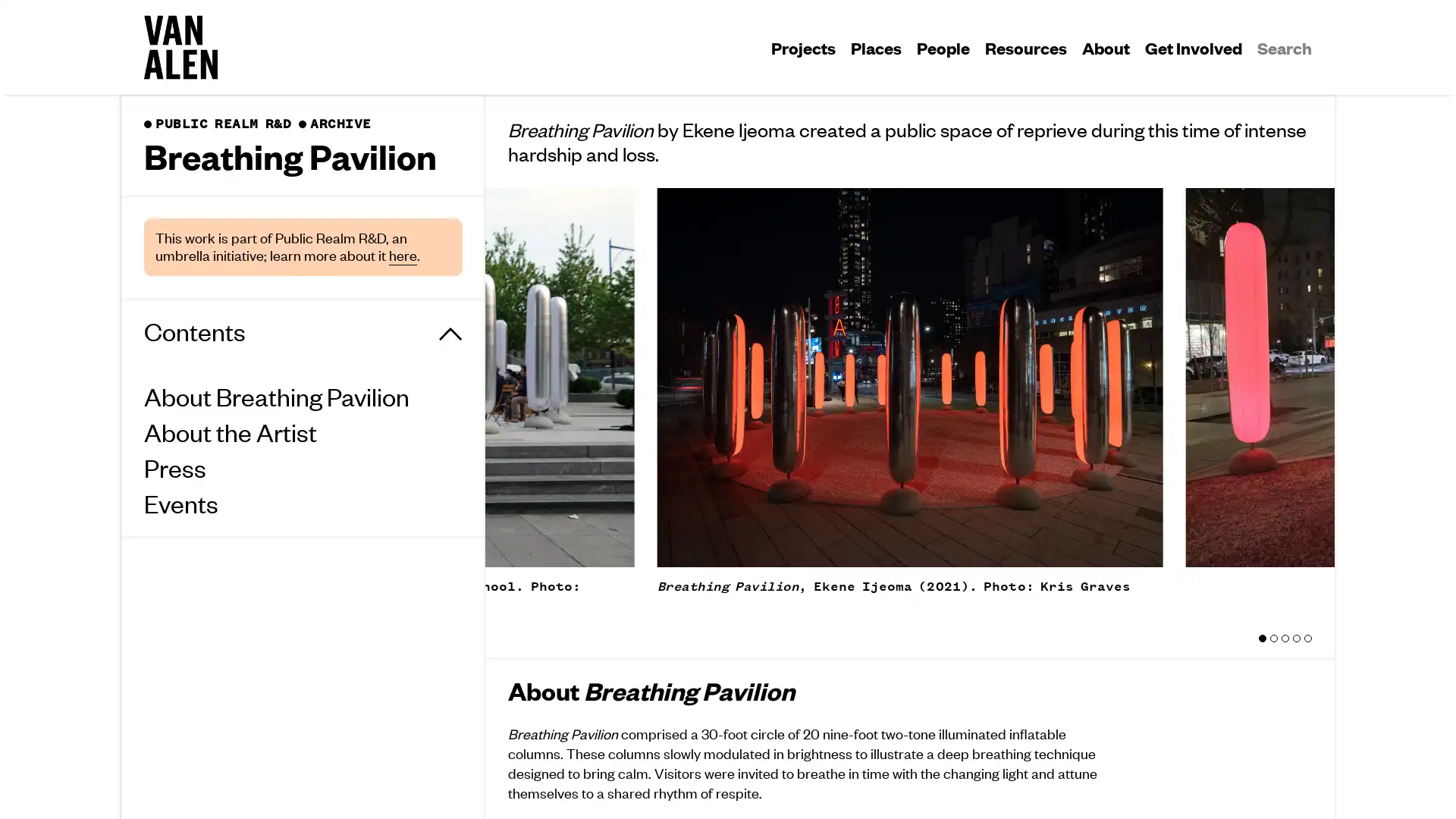  Describe the element at coordinates (1284, 46) in the screenshot. I see `Search` at that location.